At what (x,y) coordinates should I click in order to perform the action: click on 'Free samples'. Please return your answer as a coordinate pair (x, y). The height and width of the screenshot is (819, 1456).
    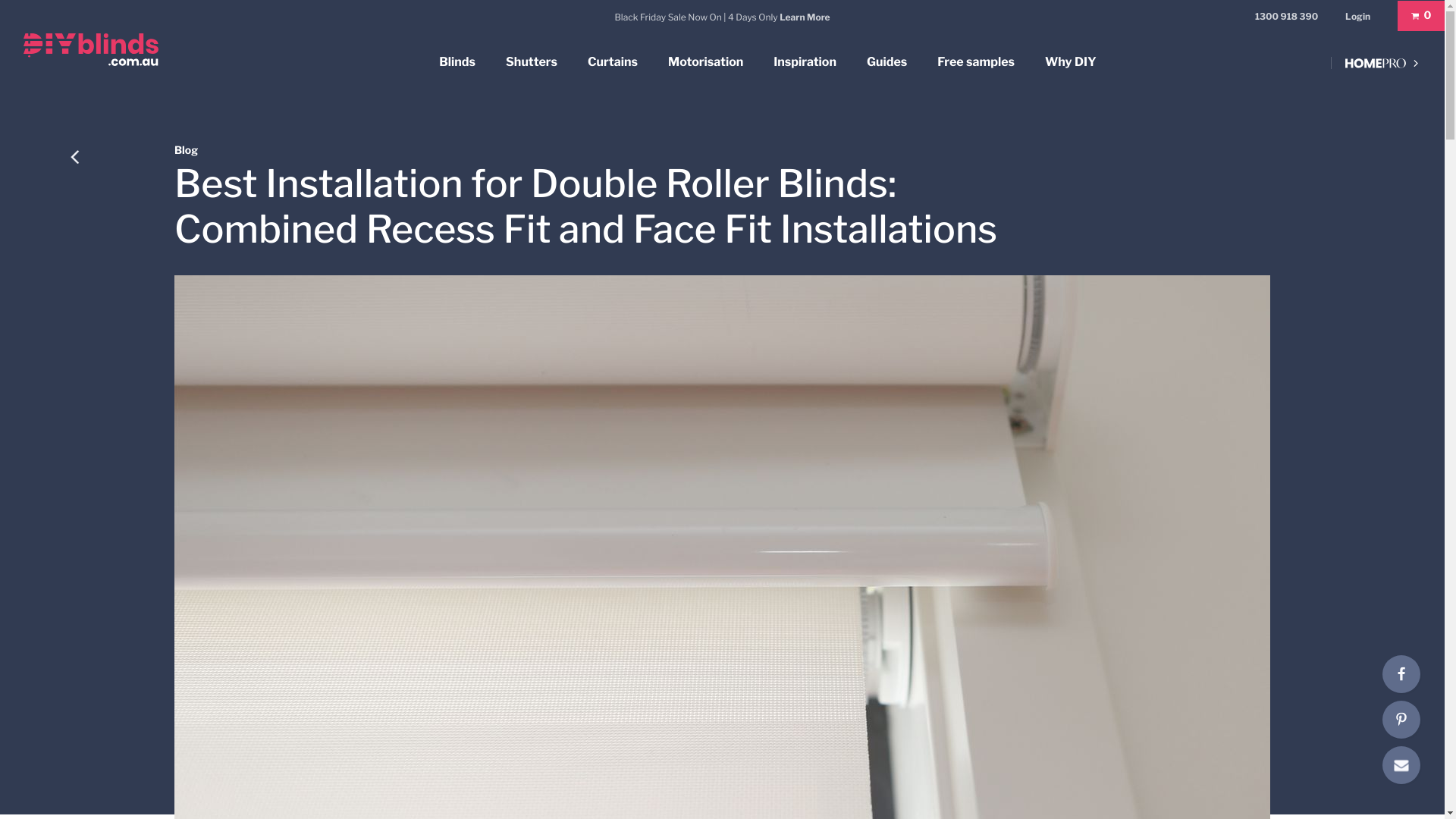
    Looking at the image, I should click on (975, 61).